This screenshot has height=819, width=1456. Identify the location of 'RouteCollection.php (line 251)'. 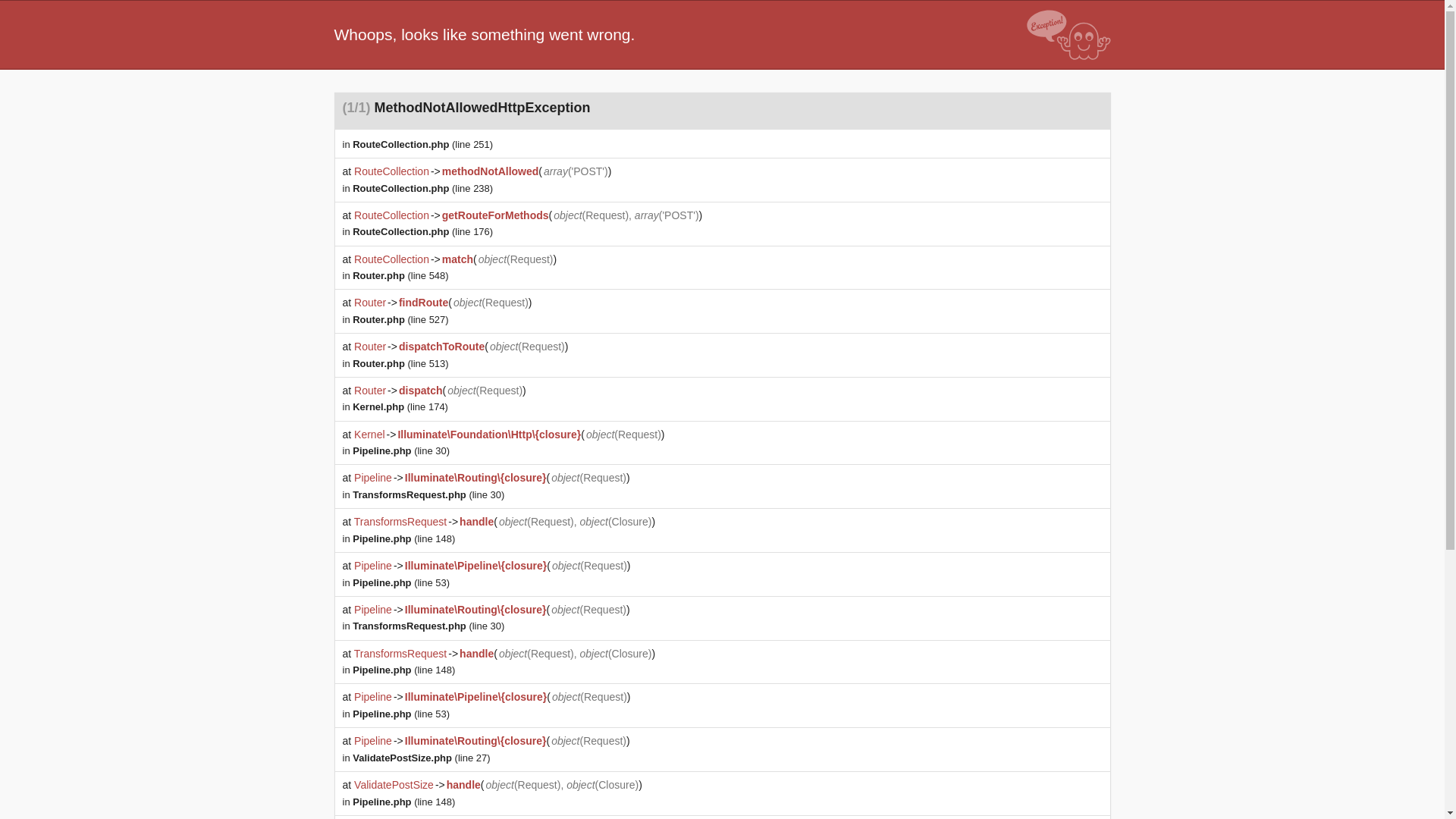
(422, 144).